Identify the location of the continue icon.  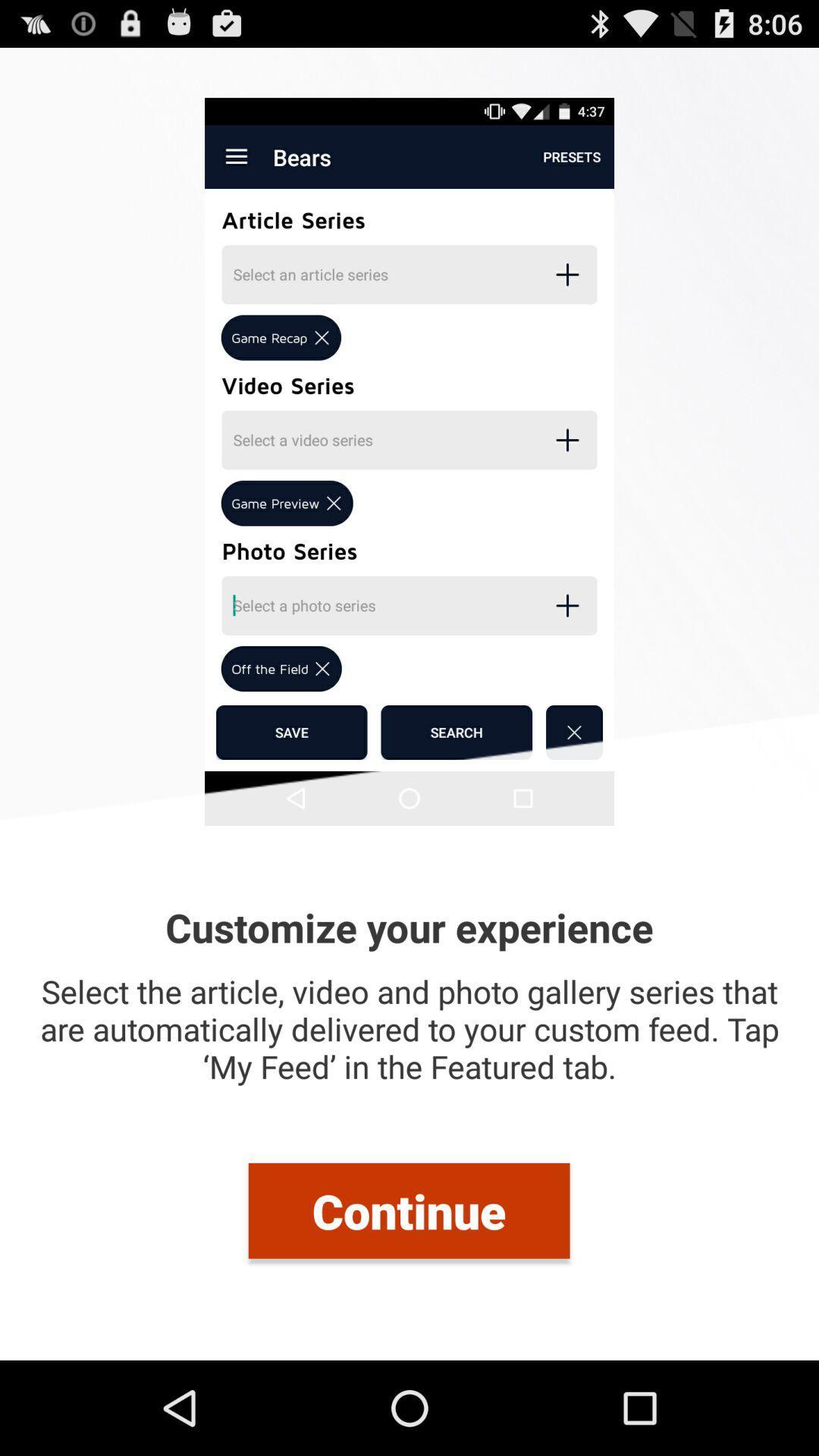
(408, 1210).